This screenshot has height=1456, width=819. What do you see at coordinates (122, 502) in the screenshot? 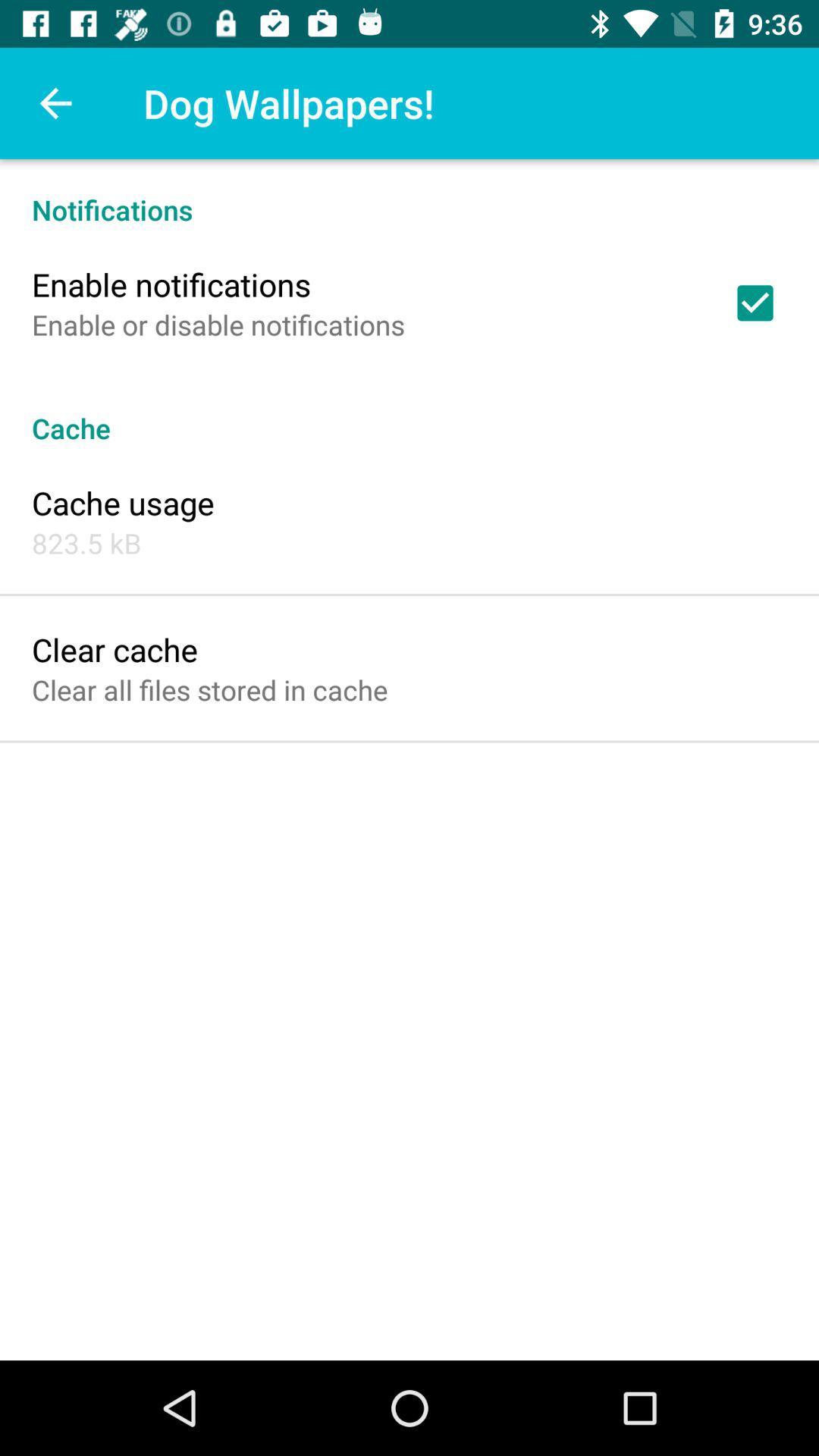
I see `the cache usage icon` at bounding box center [122, 502].